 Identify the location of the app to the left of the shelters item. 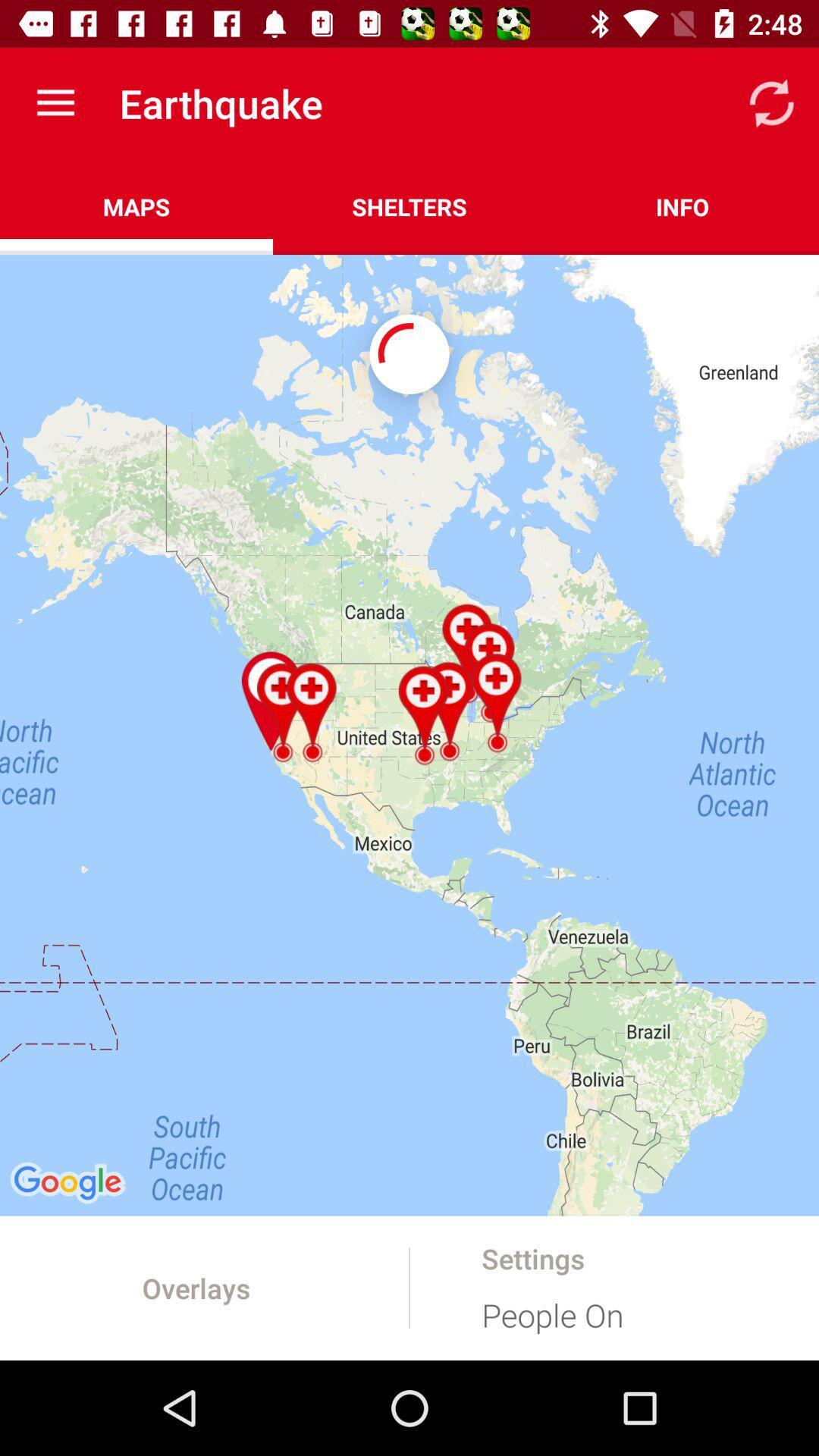
(136, 206).